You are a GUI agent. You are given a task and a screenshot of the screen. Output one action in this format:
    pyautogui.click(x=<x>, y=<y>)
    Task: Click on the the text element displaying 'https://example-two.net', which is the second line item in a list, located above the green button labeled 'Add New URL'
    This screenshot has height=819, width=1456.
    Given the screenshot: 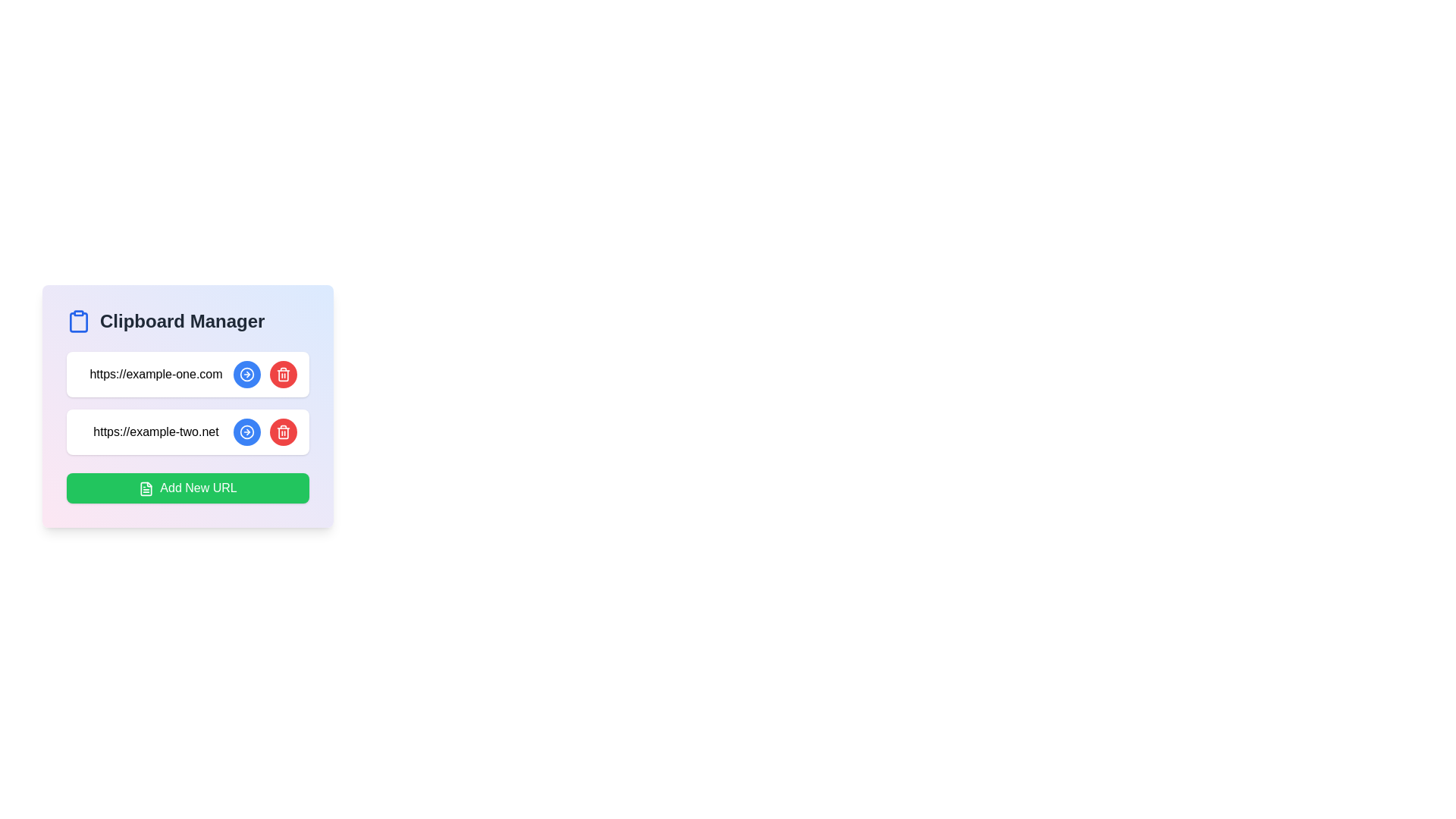 What is the action you would take?
    pyautogui.click(x=156, y=432)
    